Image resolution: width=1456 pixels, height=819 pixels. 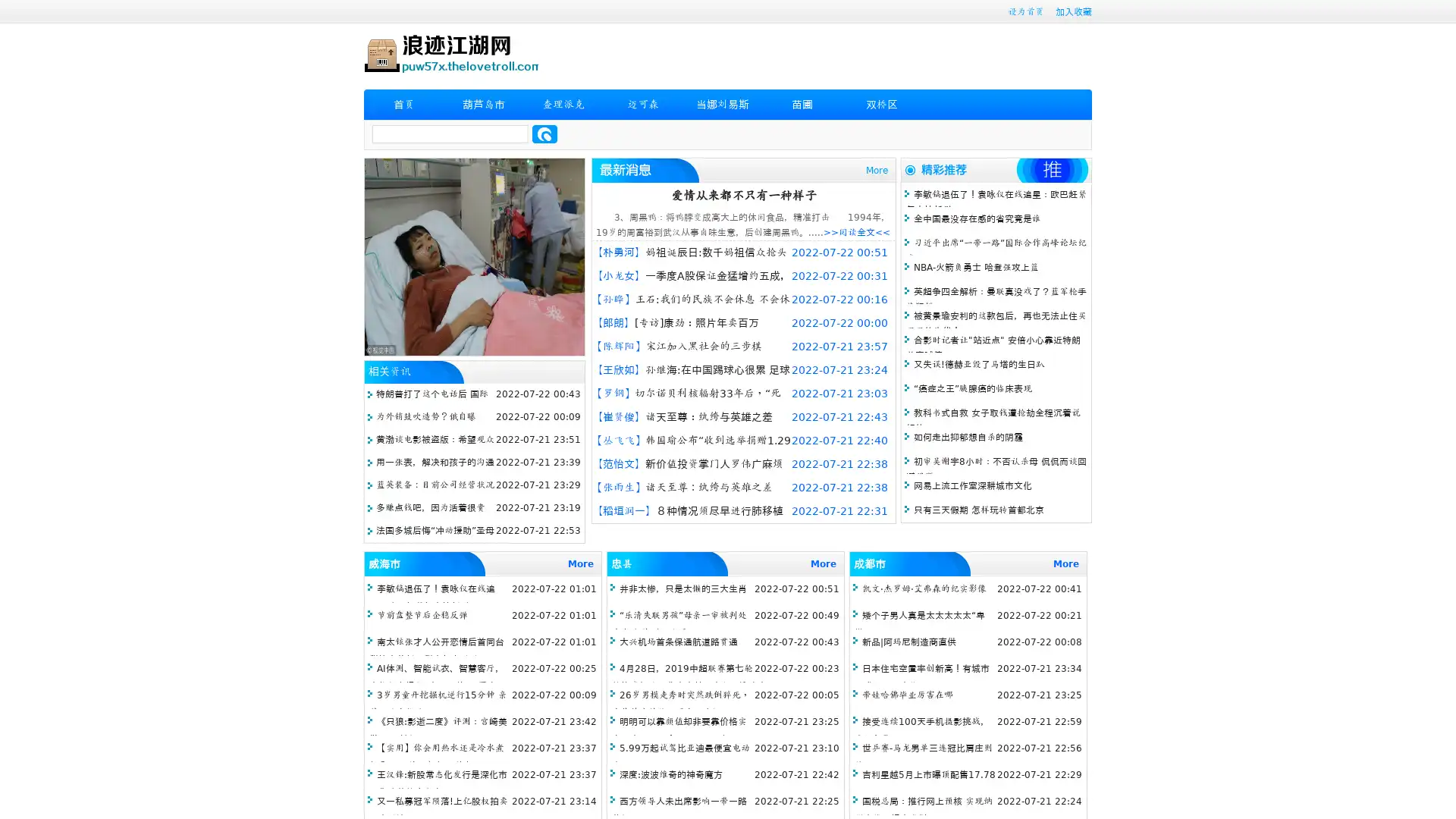 What do you see at coordinates (544, 133) in the screenshot?
I see `Search` at bounding box center [544, 133].